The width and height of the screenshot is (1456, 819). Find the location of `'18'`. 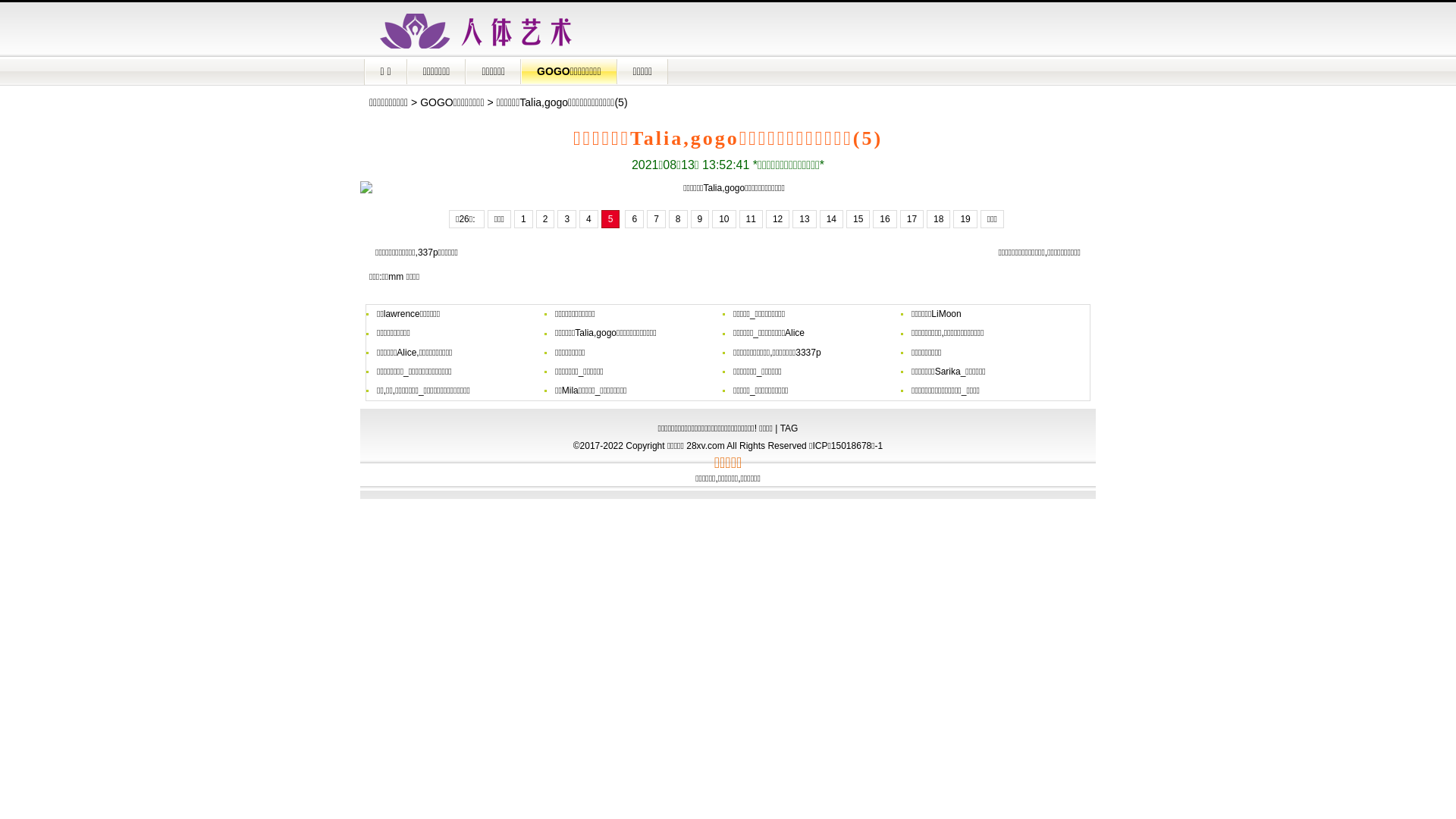

'18' is located at coordinates (937, 219).